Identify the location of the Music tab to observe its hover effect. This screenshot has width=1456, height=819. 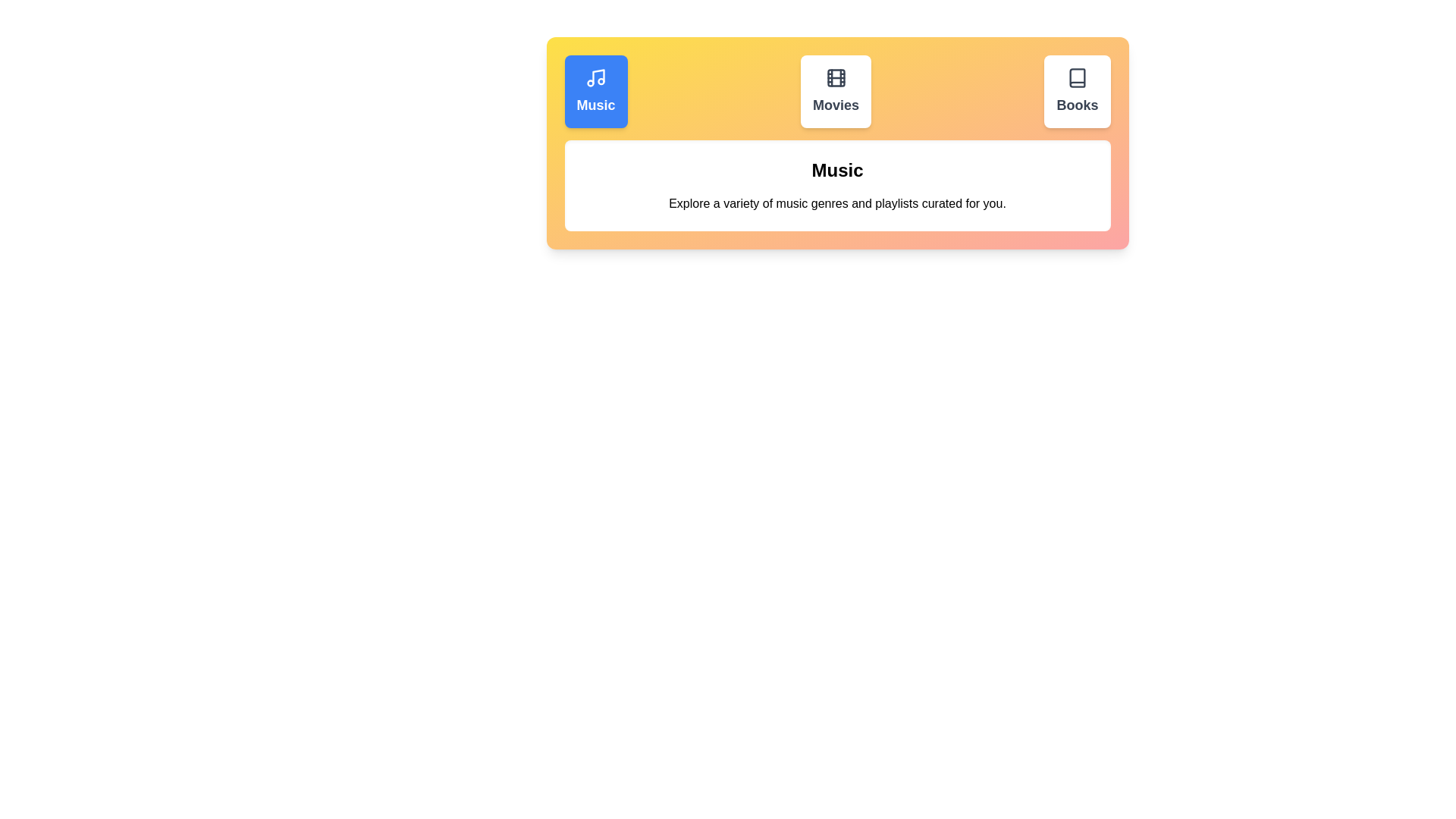
(595, 91).